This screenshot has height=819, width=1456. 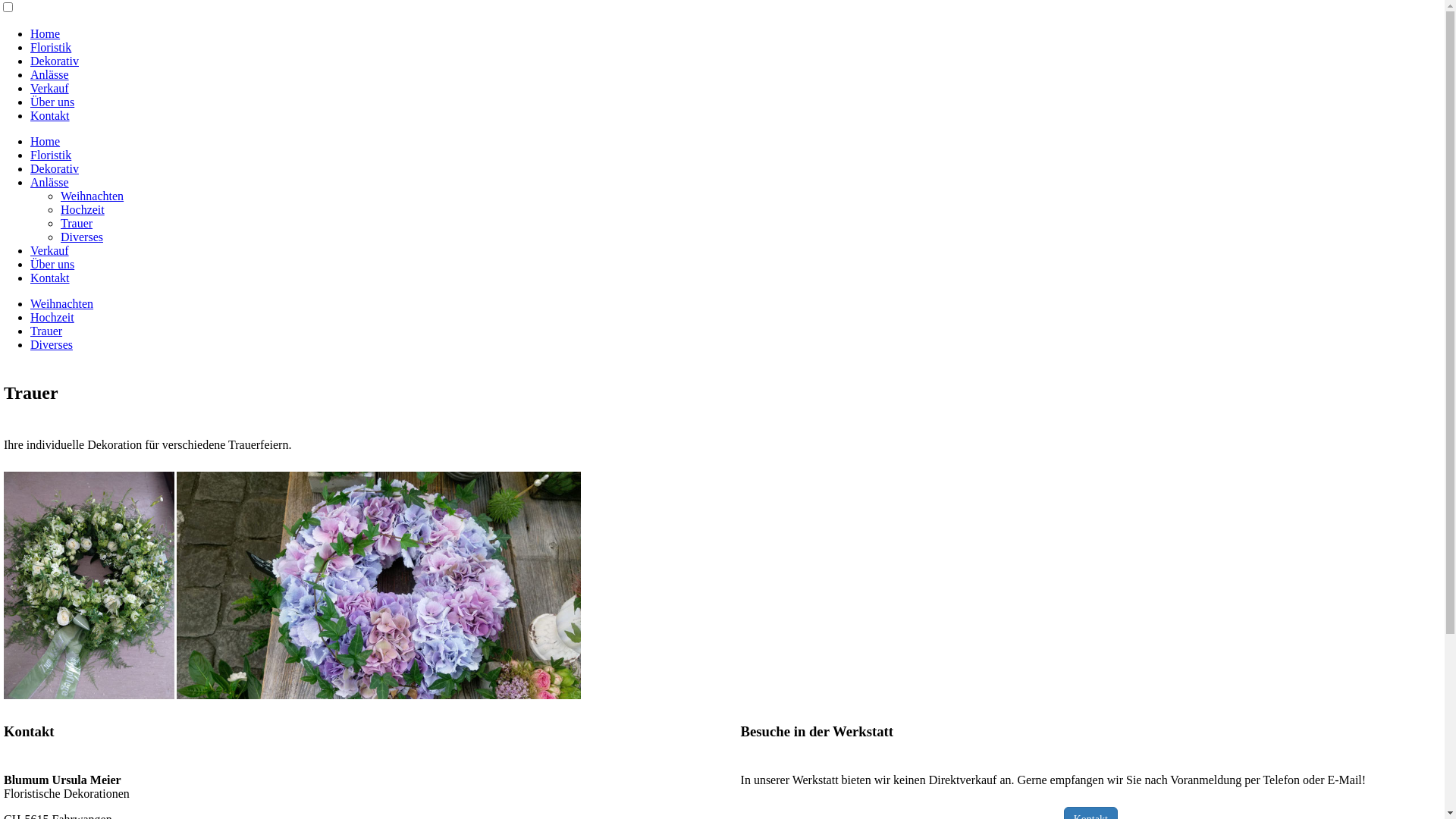 What do you see at coordinates (51, 46) in the screenshot?
I see `'Floristik'` at bounding box center [51, 46].